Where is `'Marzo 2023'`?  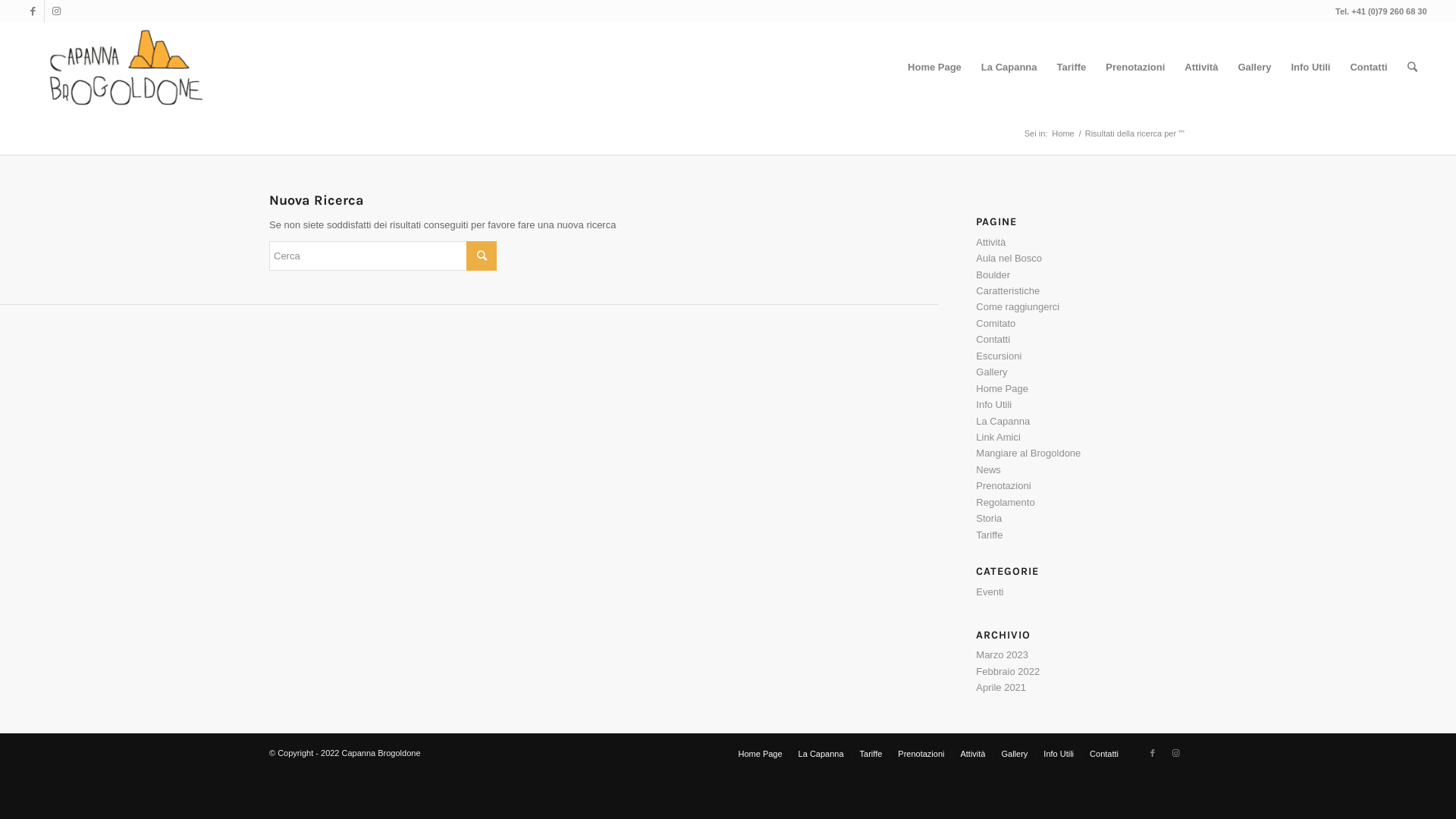
'Marzo 2023' is located at coordinates (1002, 654).